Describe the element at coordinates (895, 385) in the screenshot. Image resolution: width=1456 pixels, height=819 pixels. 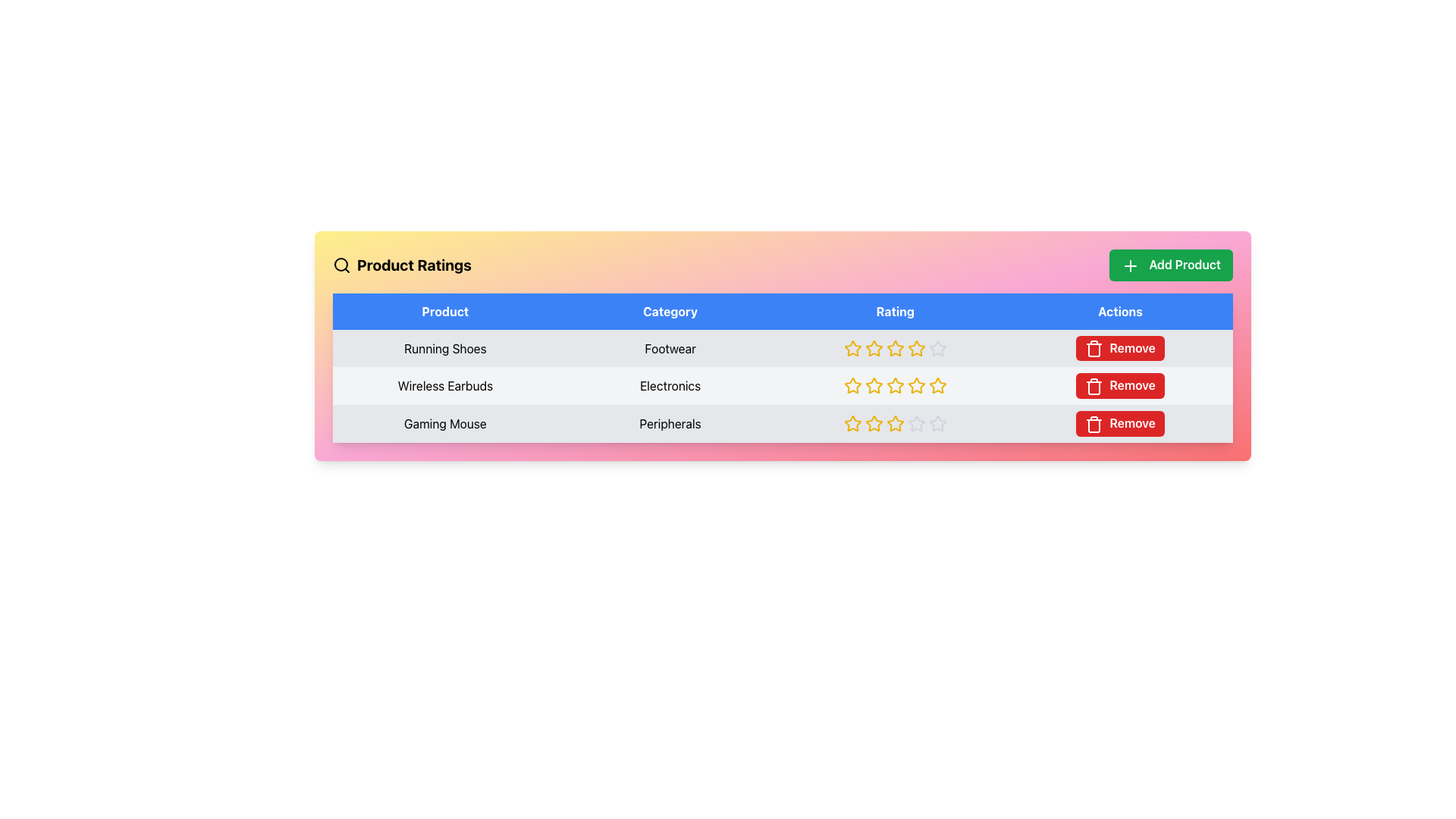
I see `the fourth star icon in the rating component for the 'Wireless Earbuds'` at that location.